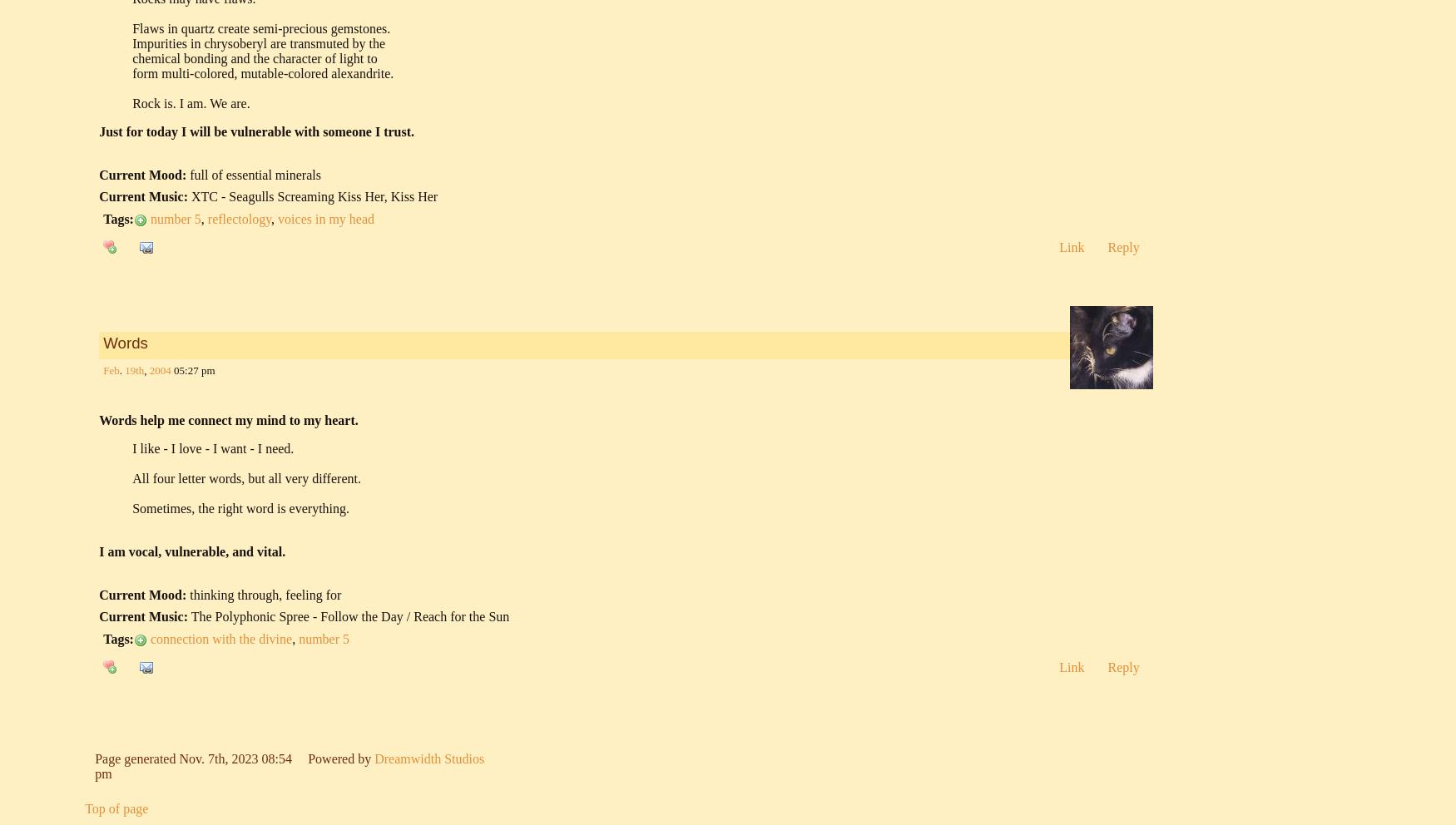 The height and width of the screenshot is (825, 1456). What do you see at coordinates (99, 418) in the screenshot?
I see `'Words help me connect my mind to my heart.'` at bounding box center [99, 418].